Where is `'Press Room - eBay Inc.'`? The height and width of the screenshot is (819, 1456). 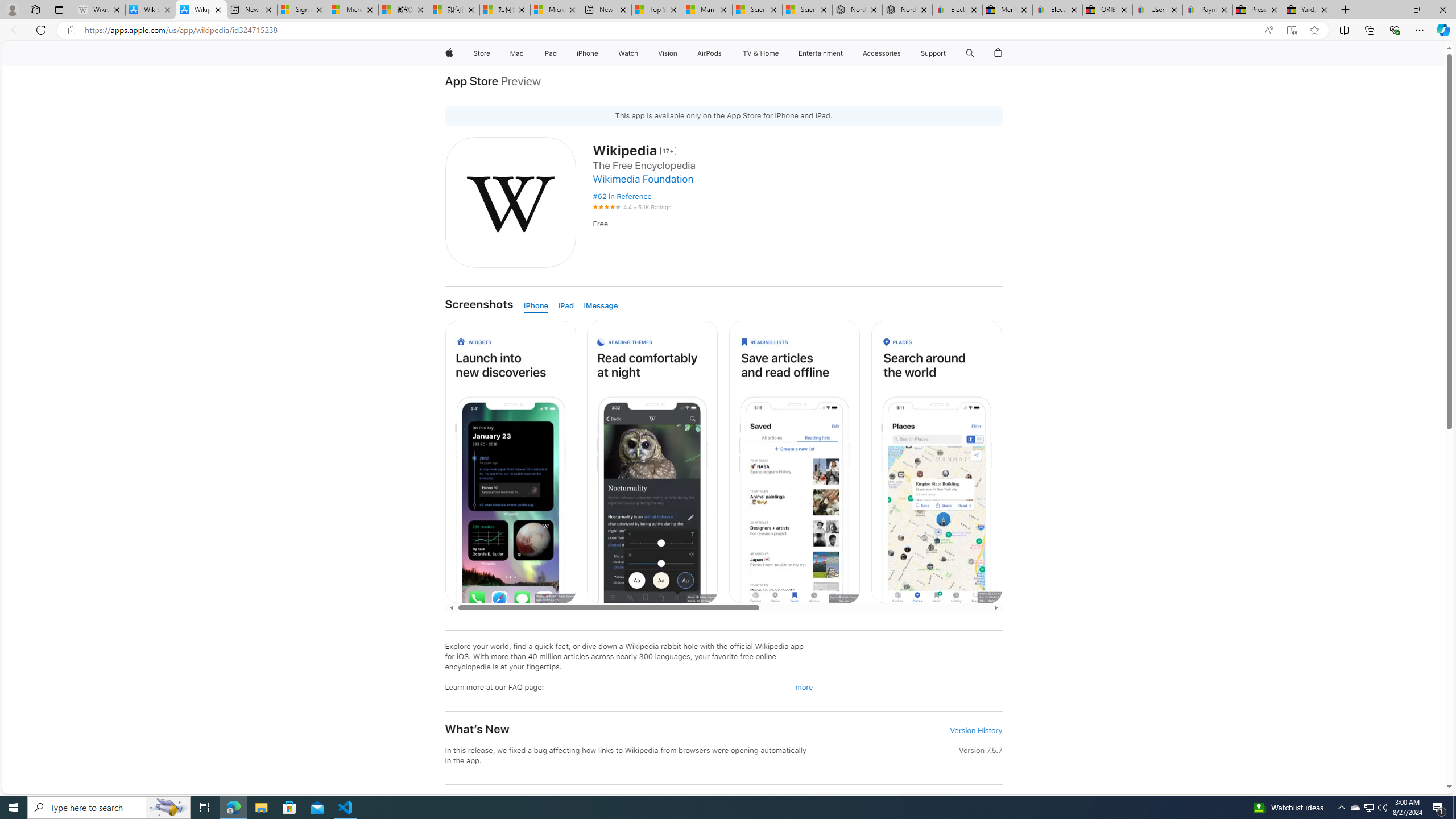
'Press Room - eBay Inc.' is located at coordinates (1256, 9).